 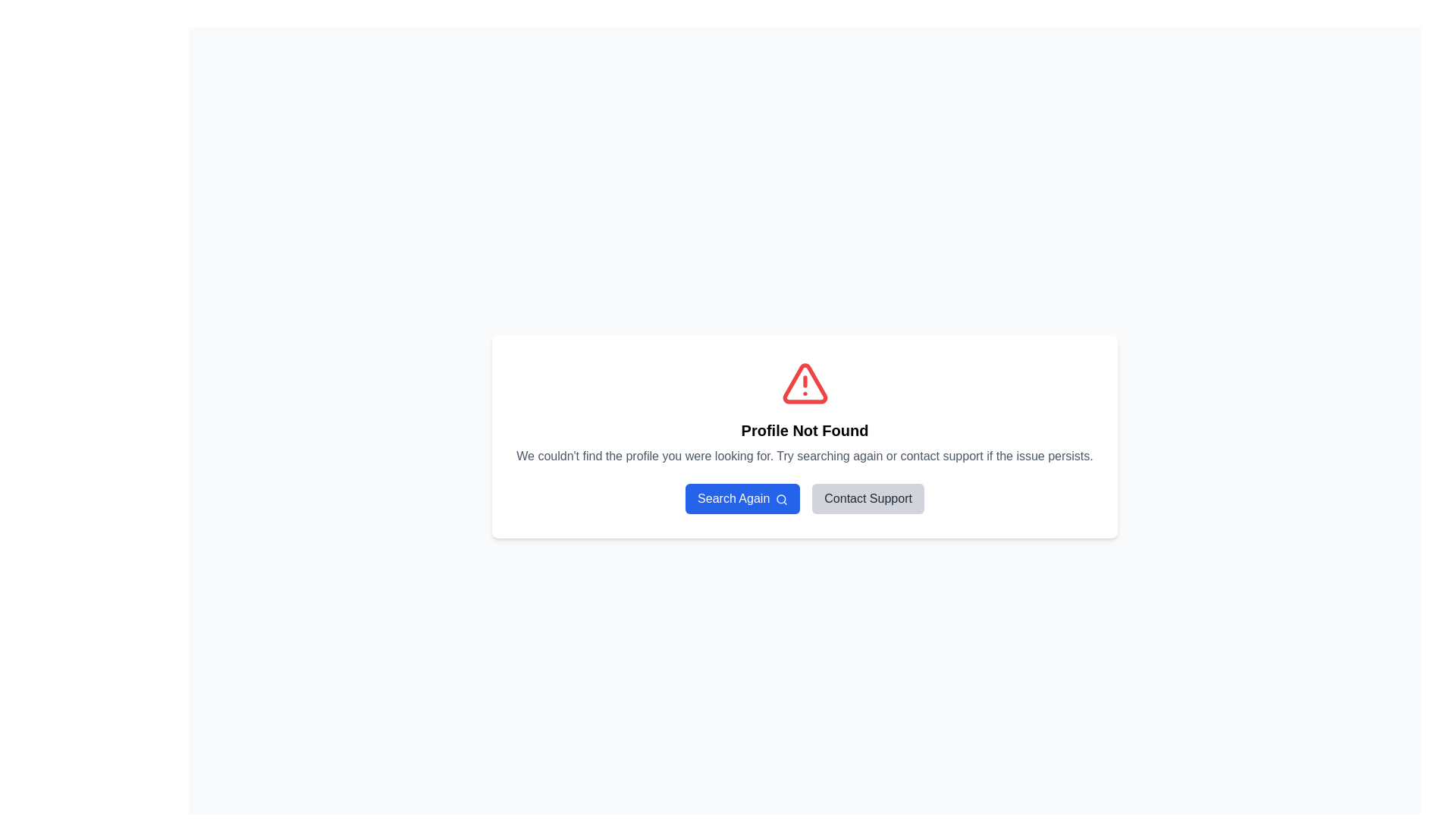 I want to click on the Decorative SVG Circle Component which is part of the search icon, located at the lens area of the magnifying glass, so click(x=781, y=499).